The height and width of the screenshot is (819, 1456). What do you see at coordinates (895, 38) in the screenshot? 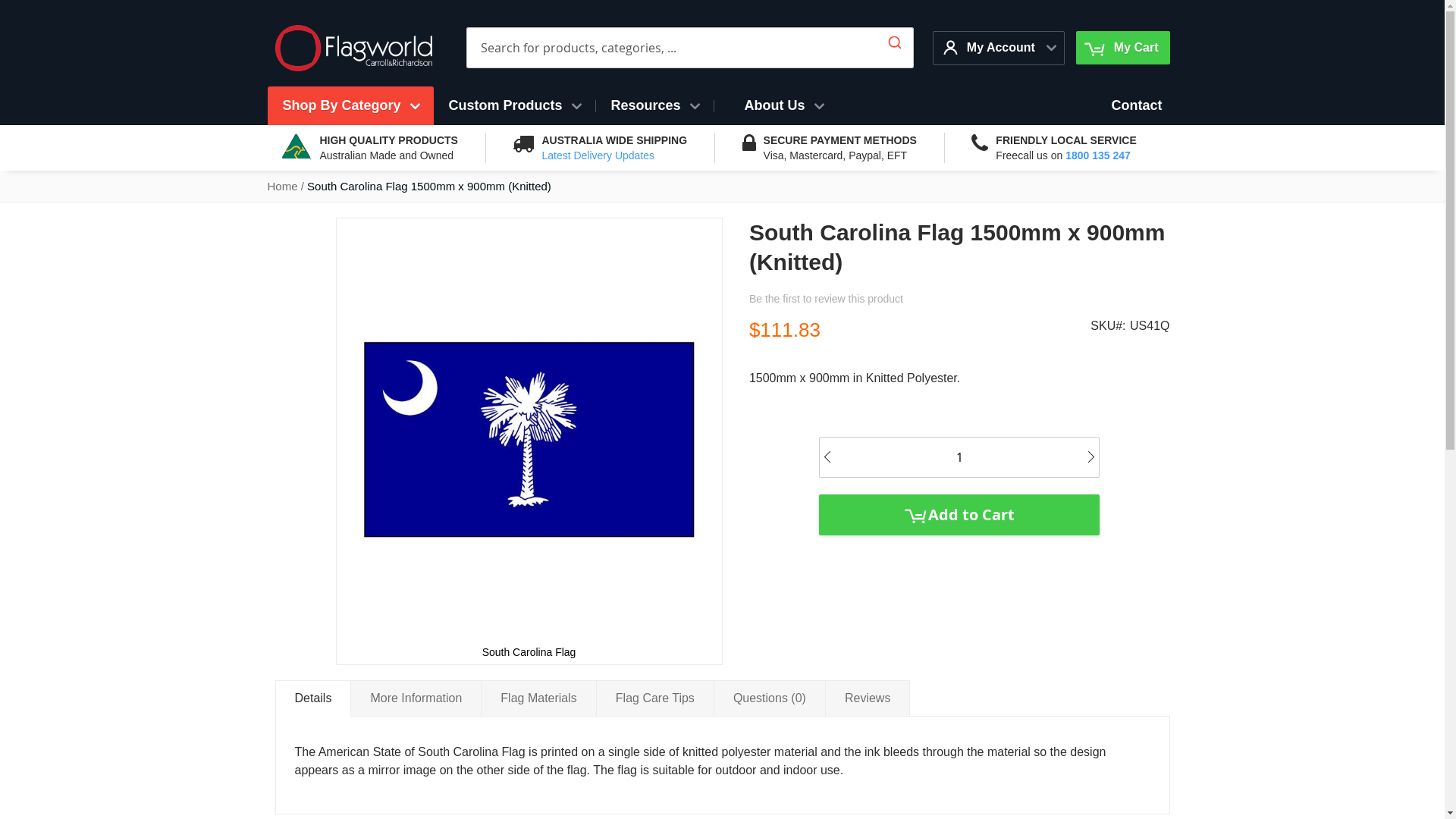
I see `'Submit'` at bounding box center [895, 38].